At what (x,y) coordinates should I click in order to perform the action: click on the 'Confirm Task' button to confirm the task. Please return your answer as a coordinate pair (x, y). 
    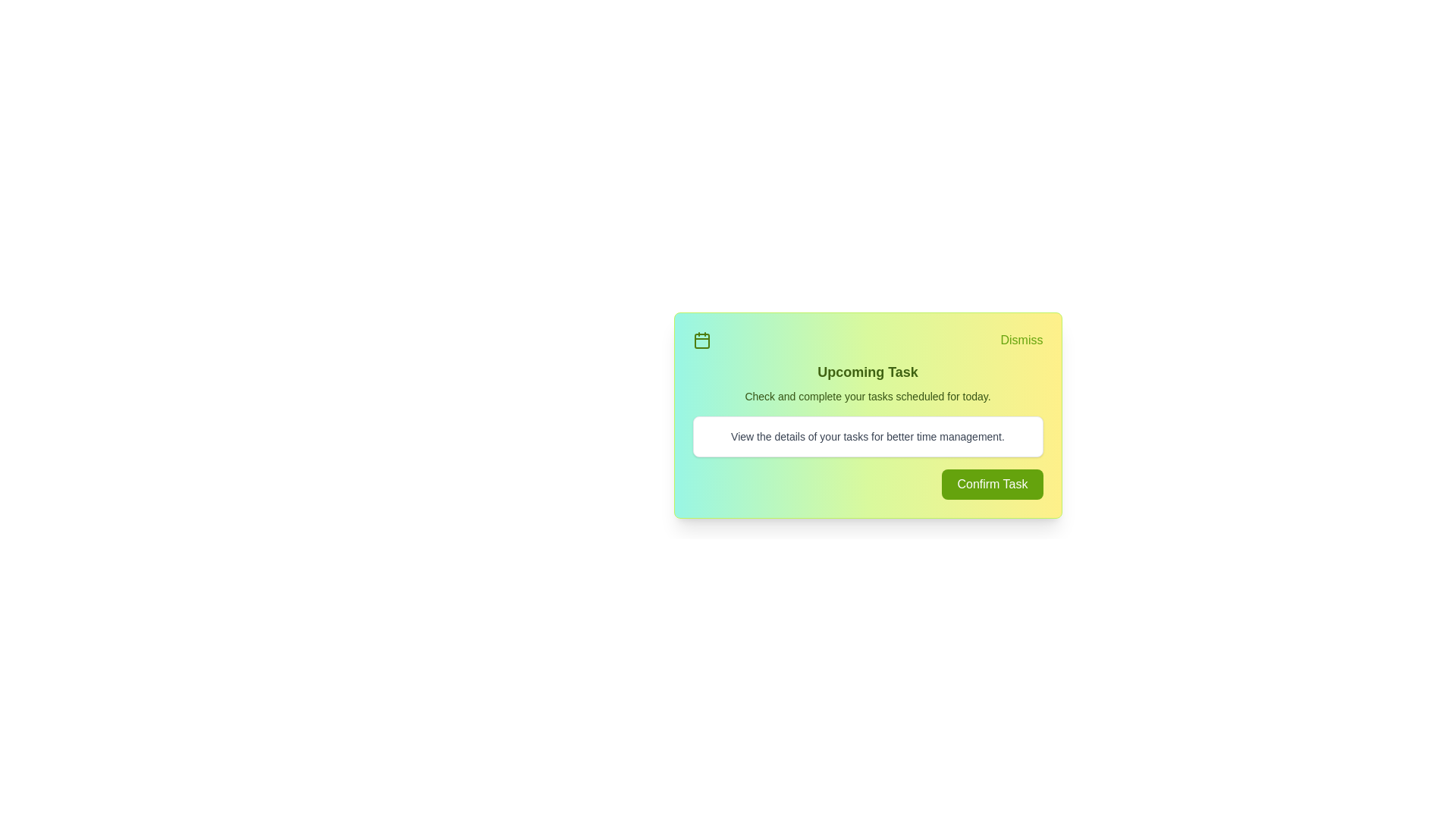
    Looking at the image, I should click on (993, 485).